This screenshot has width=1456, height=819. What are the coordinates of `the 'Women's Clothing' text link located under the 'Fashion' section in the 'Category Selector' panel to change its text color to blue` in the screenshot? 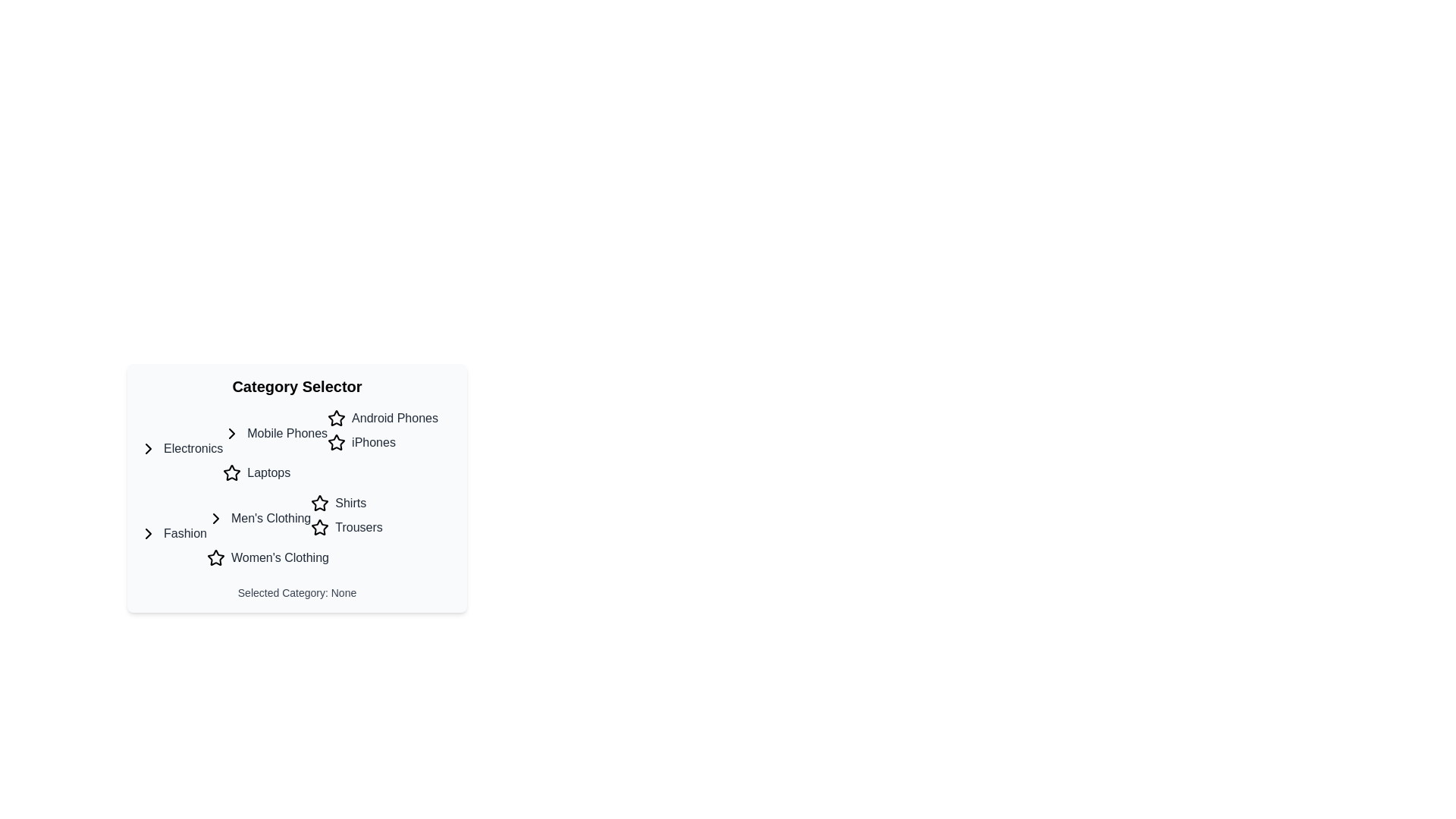 It's located at (280, 558).